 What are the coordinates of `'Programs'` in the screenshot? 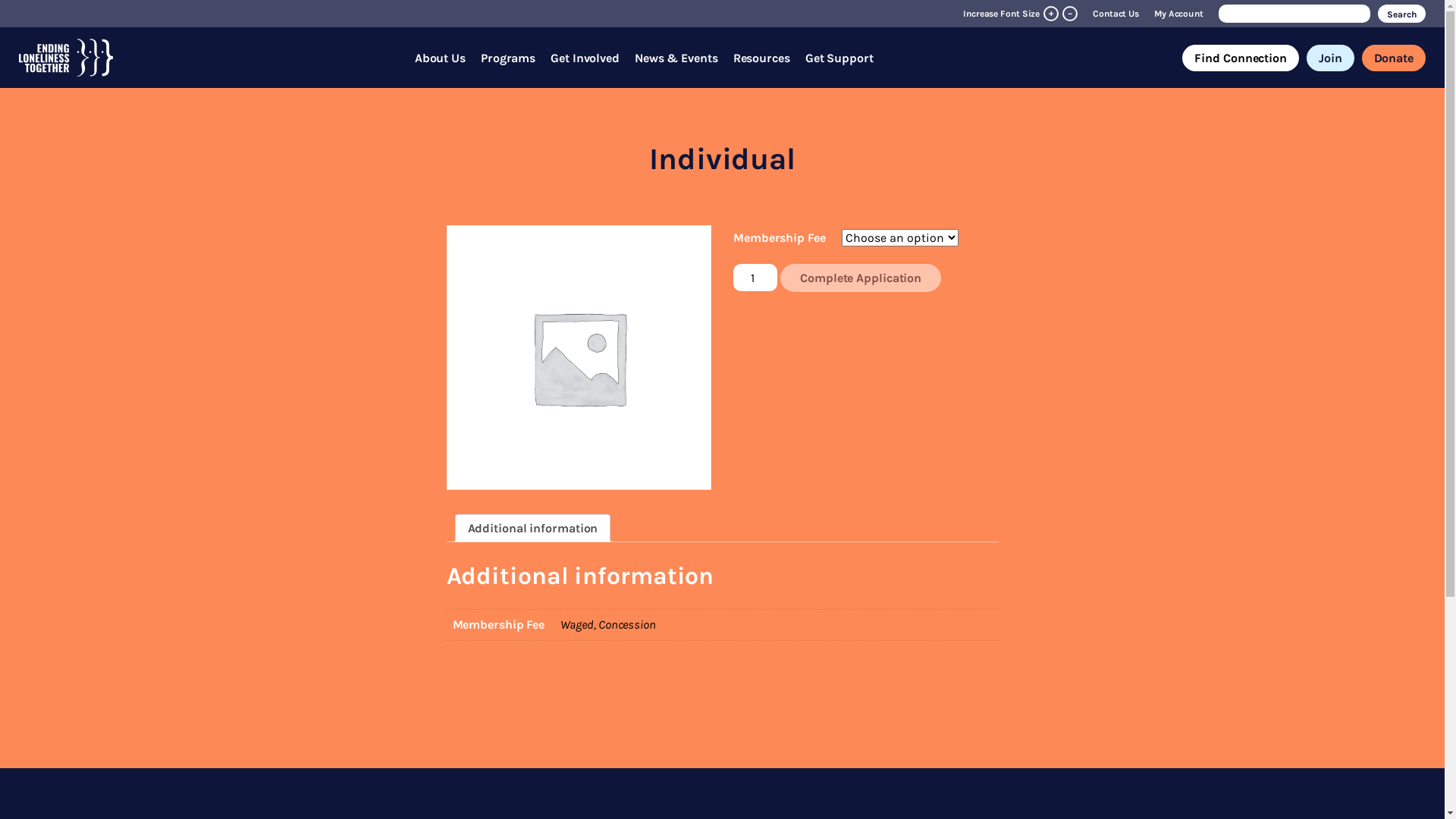 It's located at (508, 56).